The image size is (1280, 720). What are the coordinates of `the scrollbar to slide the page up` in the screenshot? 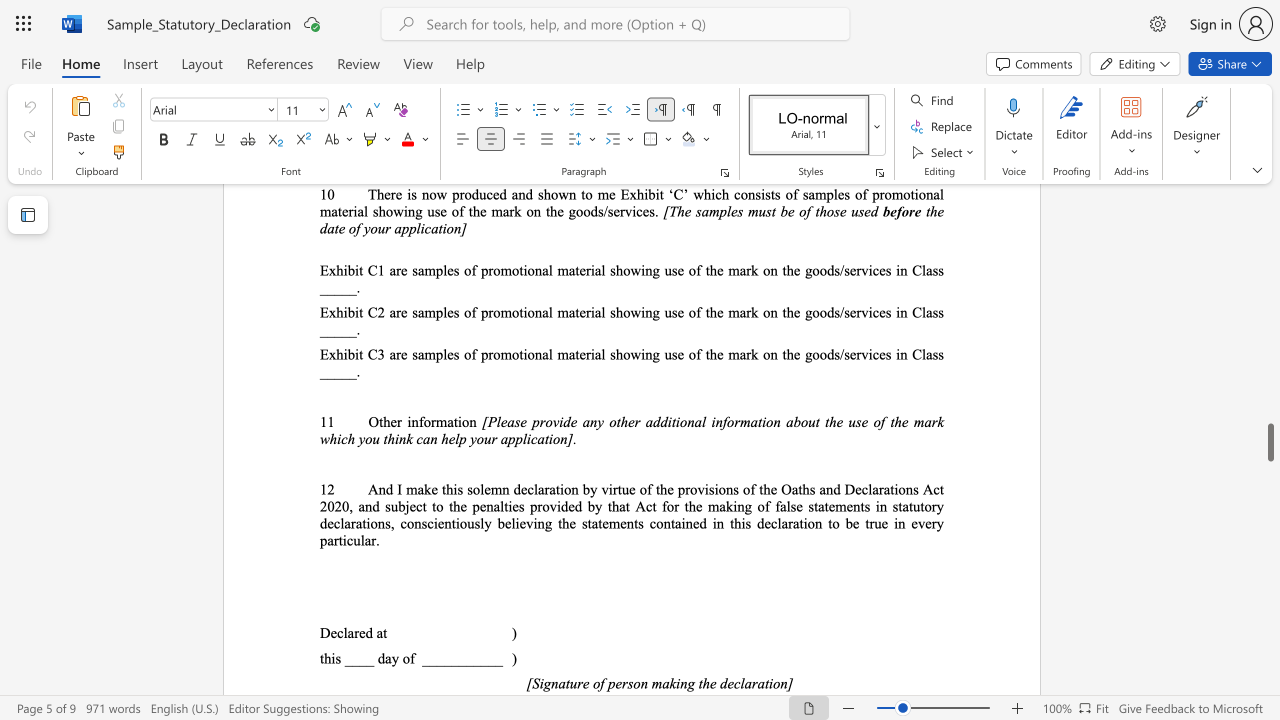 It's located at (1269, 318).